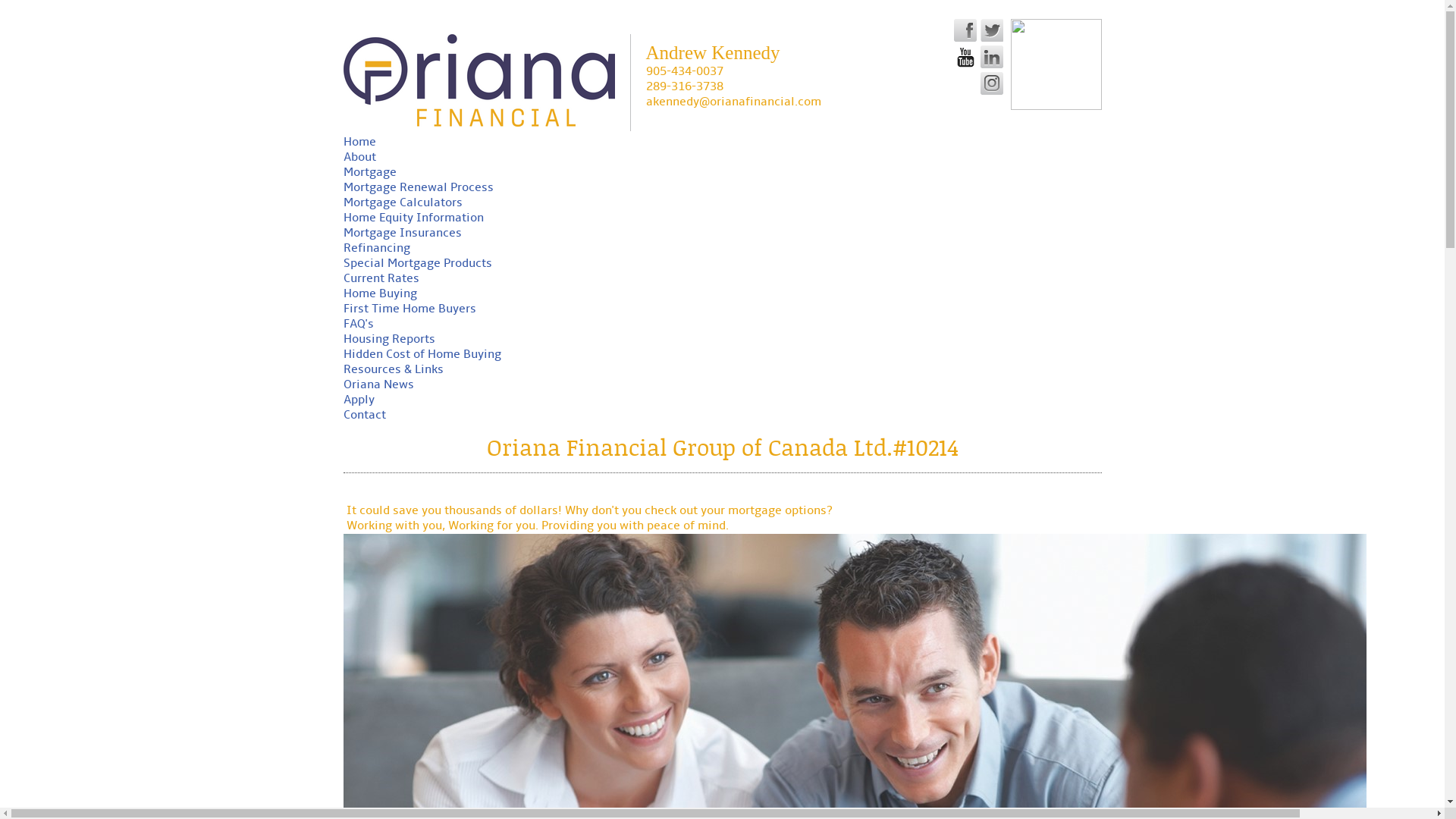  What do you see at coordinates (341, 370) in the screenshot?
I see `'Resources & Links'` at bounding box center [341, 370].